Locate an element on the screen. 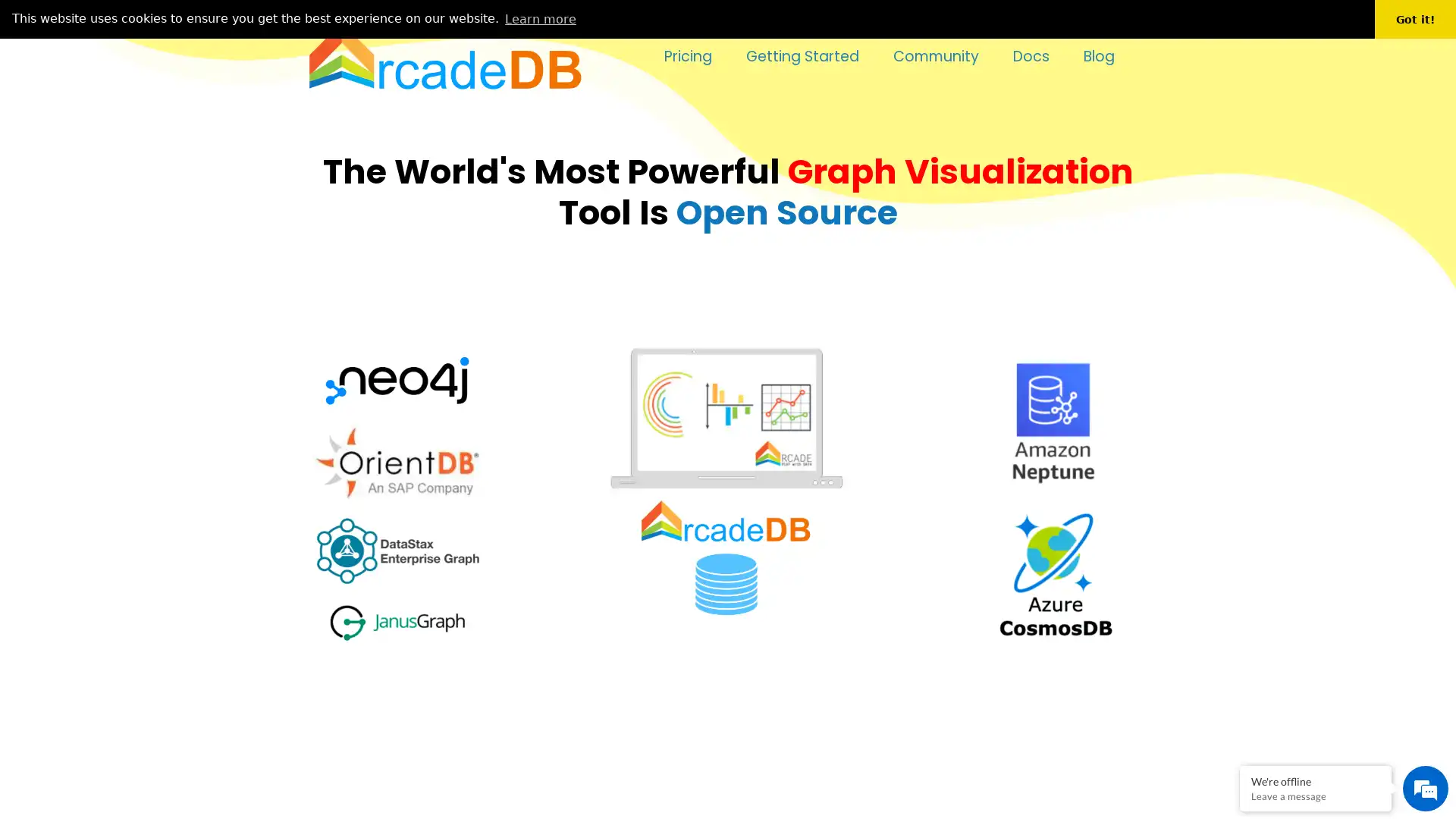  learn more about cookies is located at coordinates (541, 18).